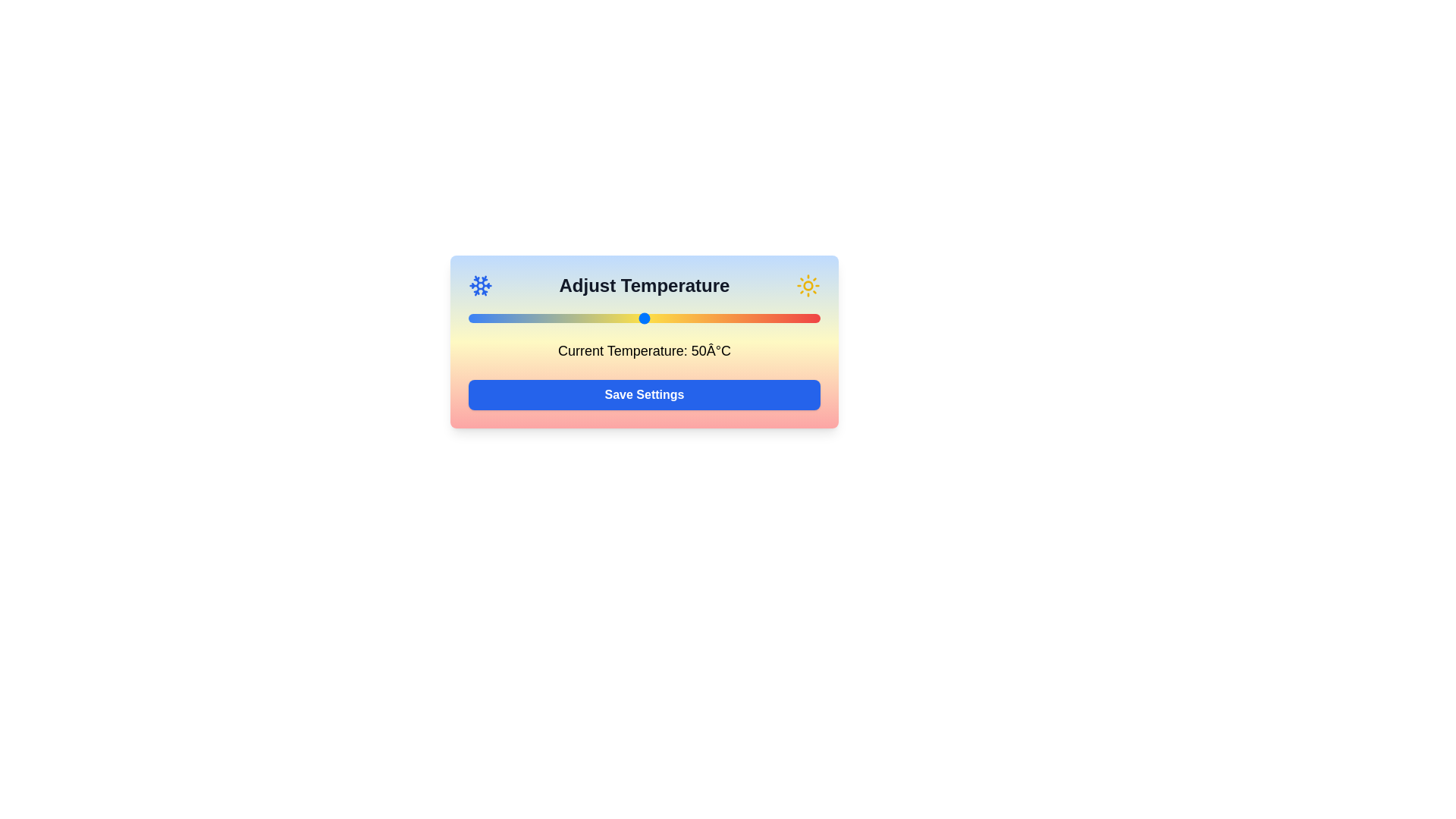 The image size is (1456, 819). I want to click on the temperature to 18°C by moving the slider, so click(532, 318).